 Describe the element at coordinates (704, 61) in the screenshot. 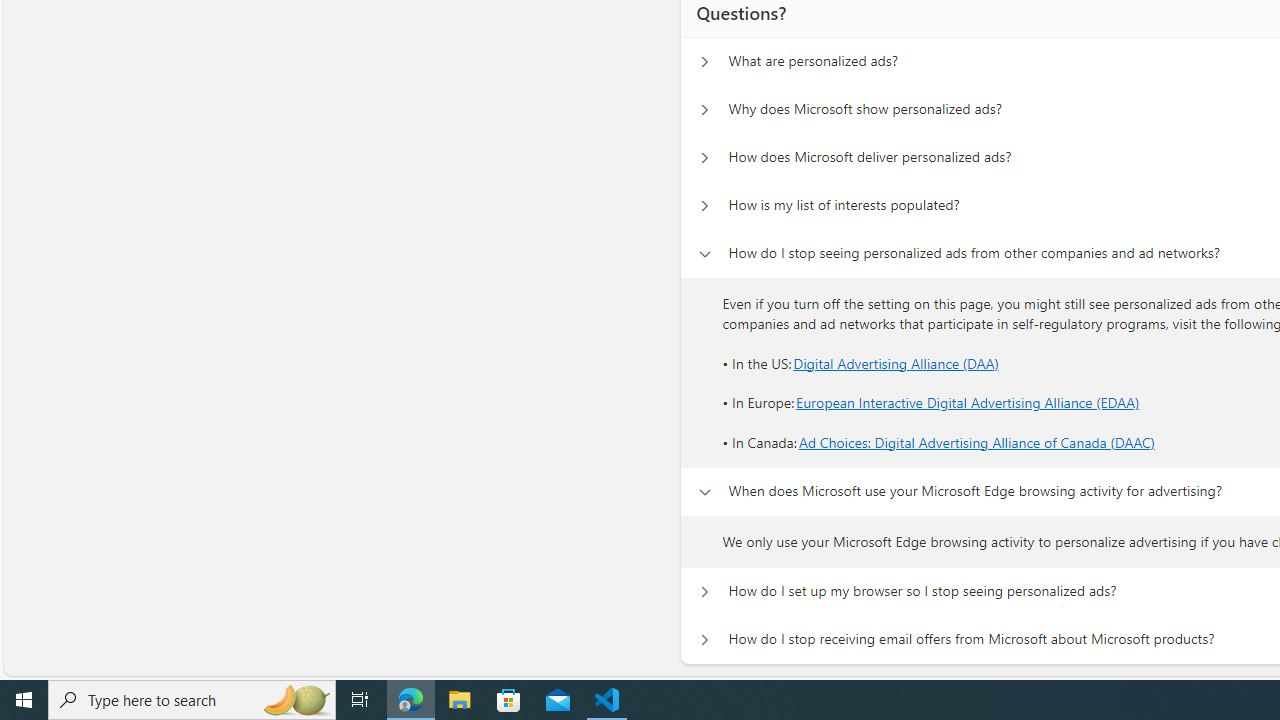

I see `'Questions? What are personalized ads?'` at that location.